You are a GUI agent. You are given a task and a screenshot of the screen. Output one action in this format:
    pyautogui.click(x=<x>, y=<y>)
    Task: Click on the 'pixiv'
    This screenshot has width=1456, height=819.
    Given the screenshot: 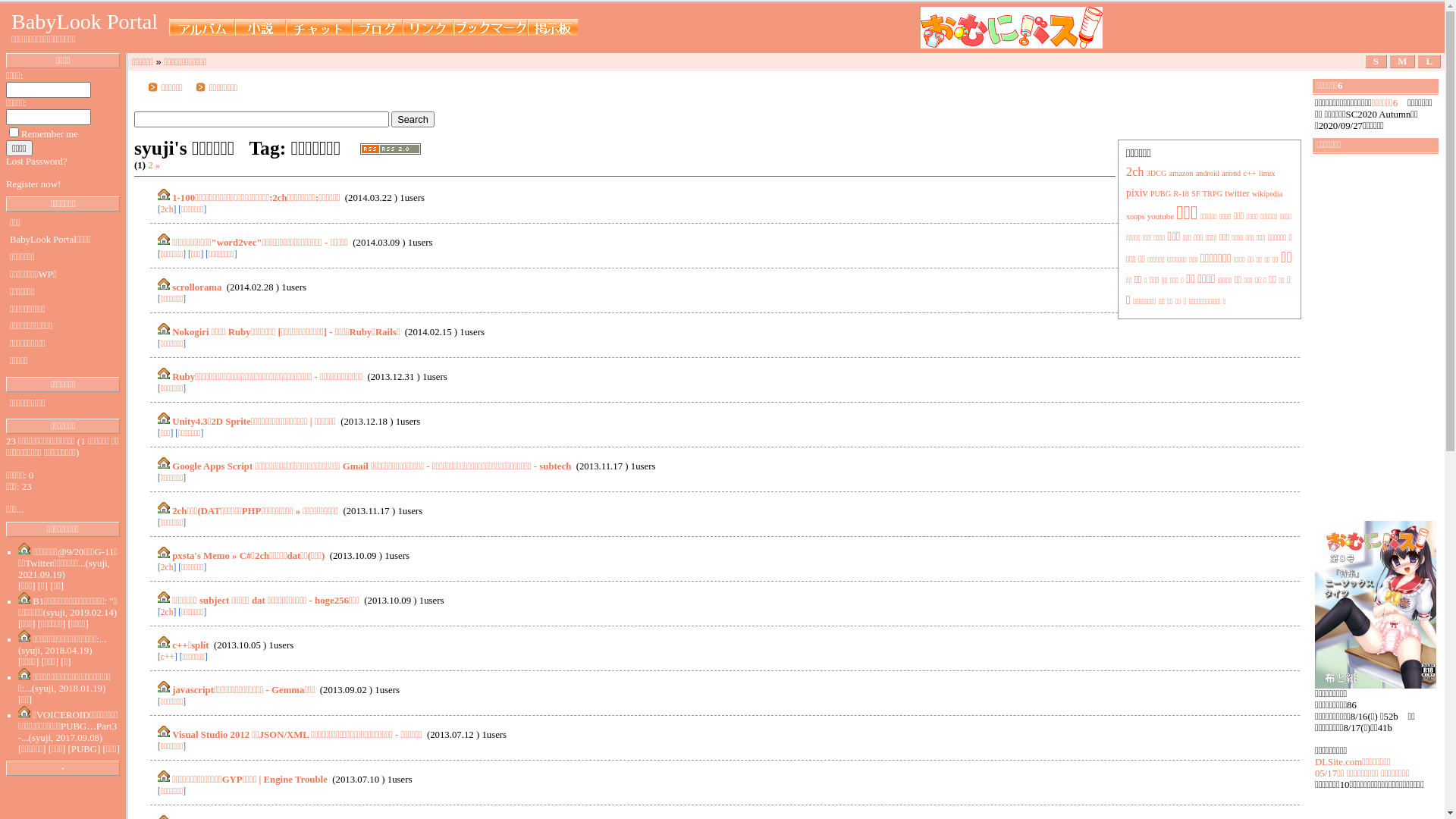 What is the action you would take?
    pyautogui.click(x=1137, y=192)
    